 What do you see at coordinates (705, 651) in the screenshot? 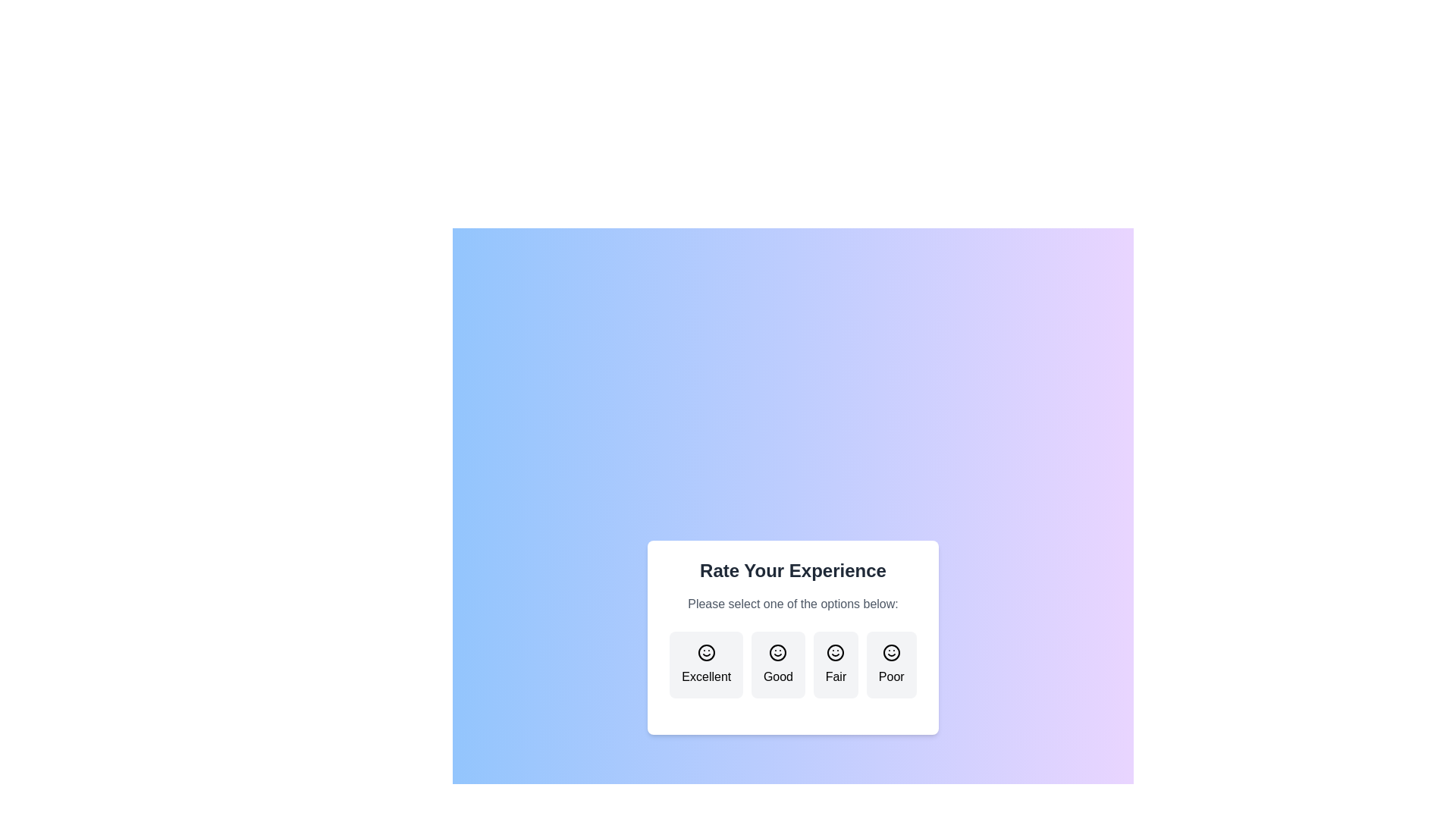
I see `the circular outline smiley face icon that is part of the interactive rating system, positioned above the 'Excellent' label` at bounding box center [705, 651].